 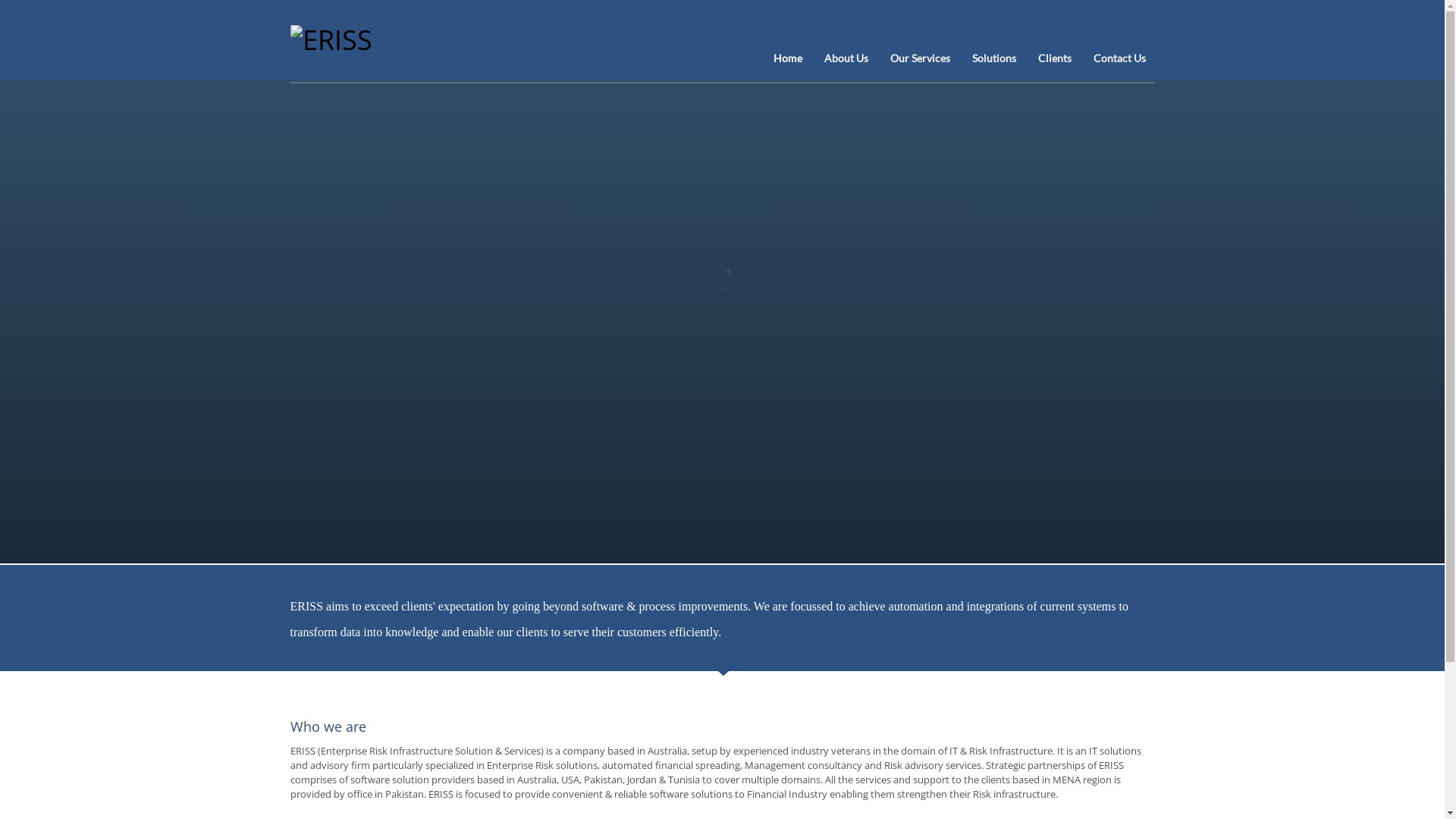 I want to click on 'Home', so click(x=787, y=58).